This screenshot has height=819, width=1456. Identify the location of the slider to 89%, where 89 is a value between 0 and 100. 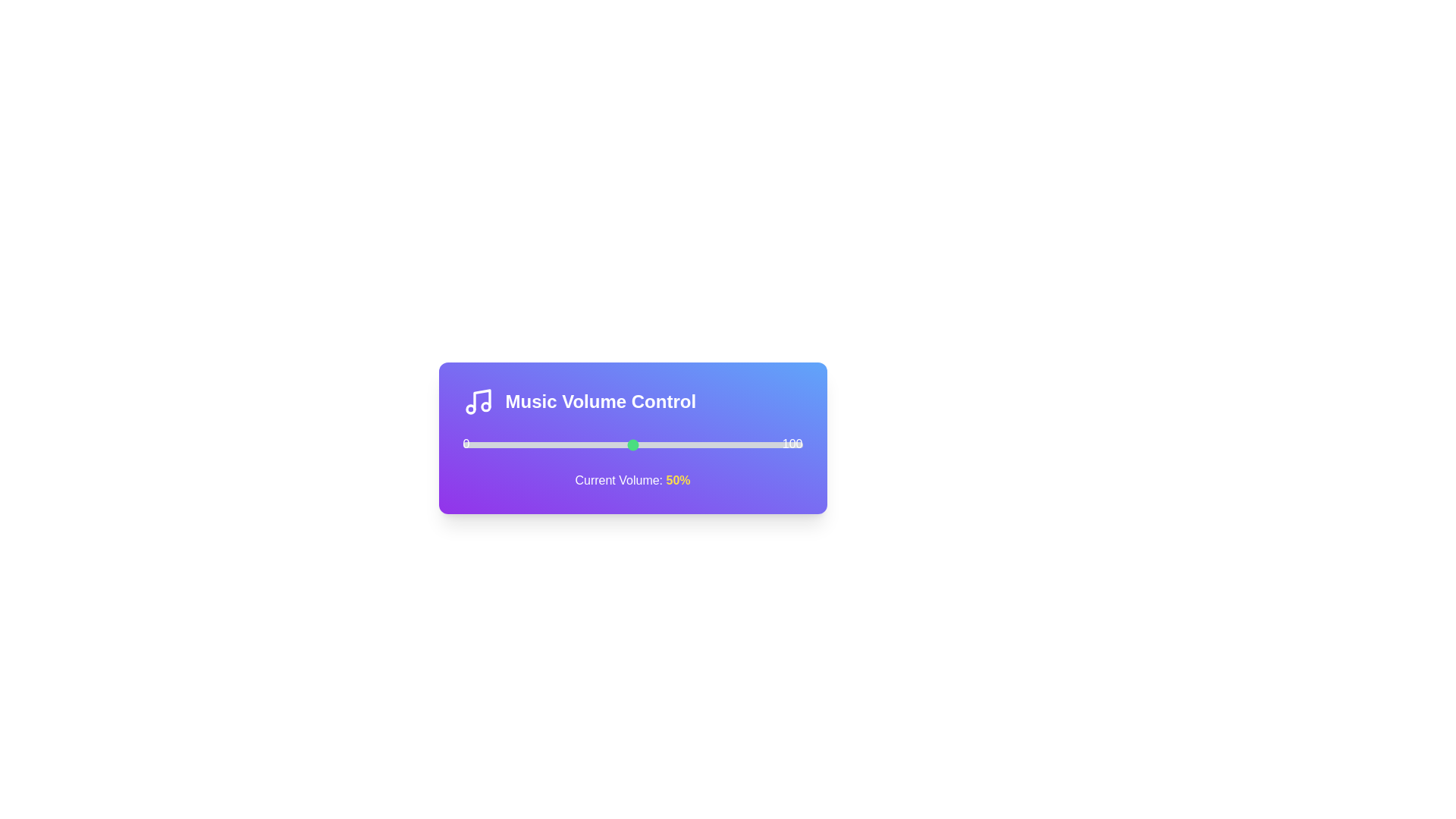
(765, 444).